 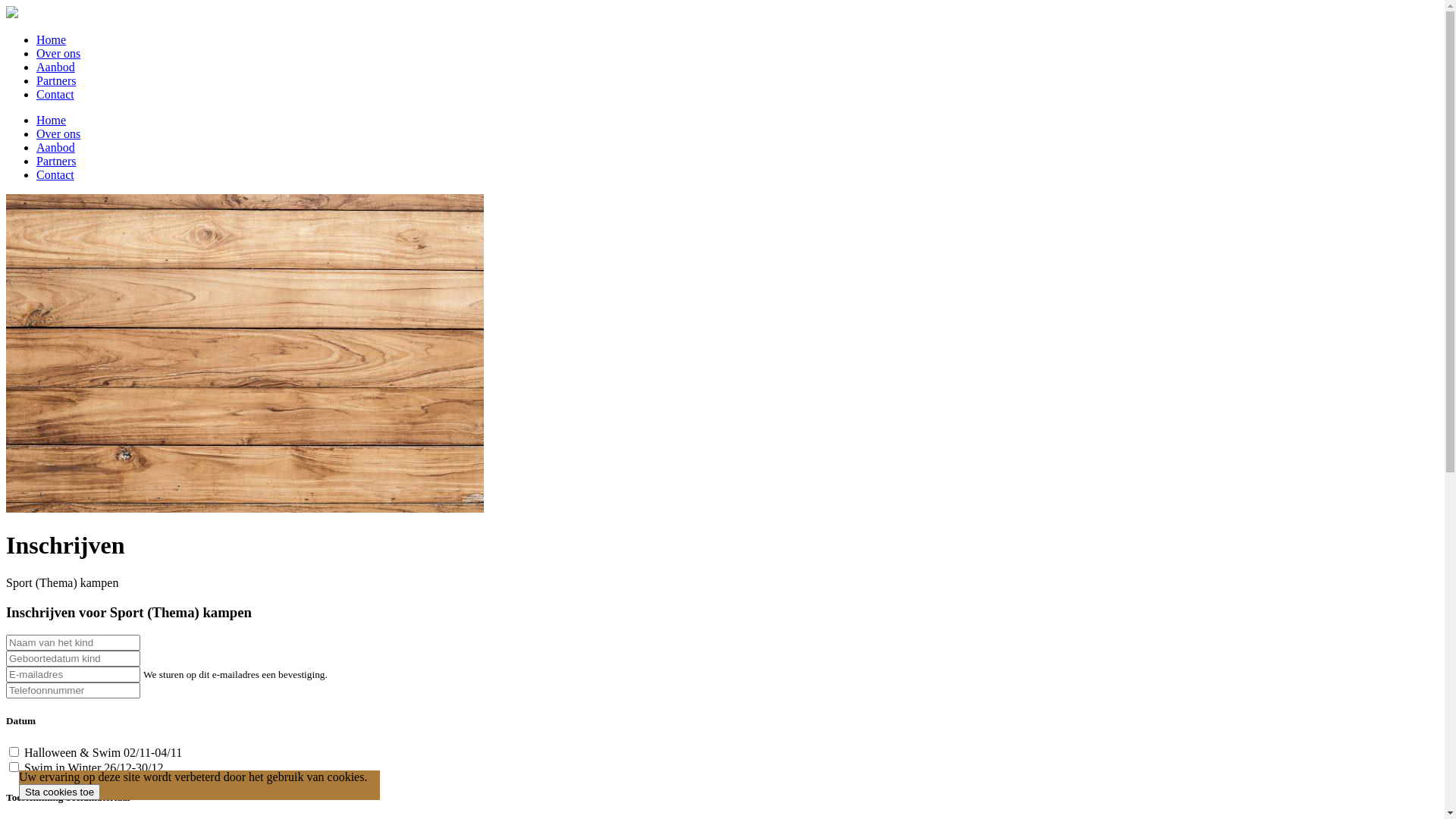 What do you see at coordinates (58, 133) in the screenshot?
I see `'Over ons'` at bounding box center [58, 133].